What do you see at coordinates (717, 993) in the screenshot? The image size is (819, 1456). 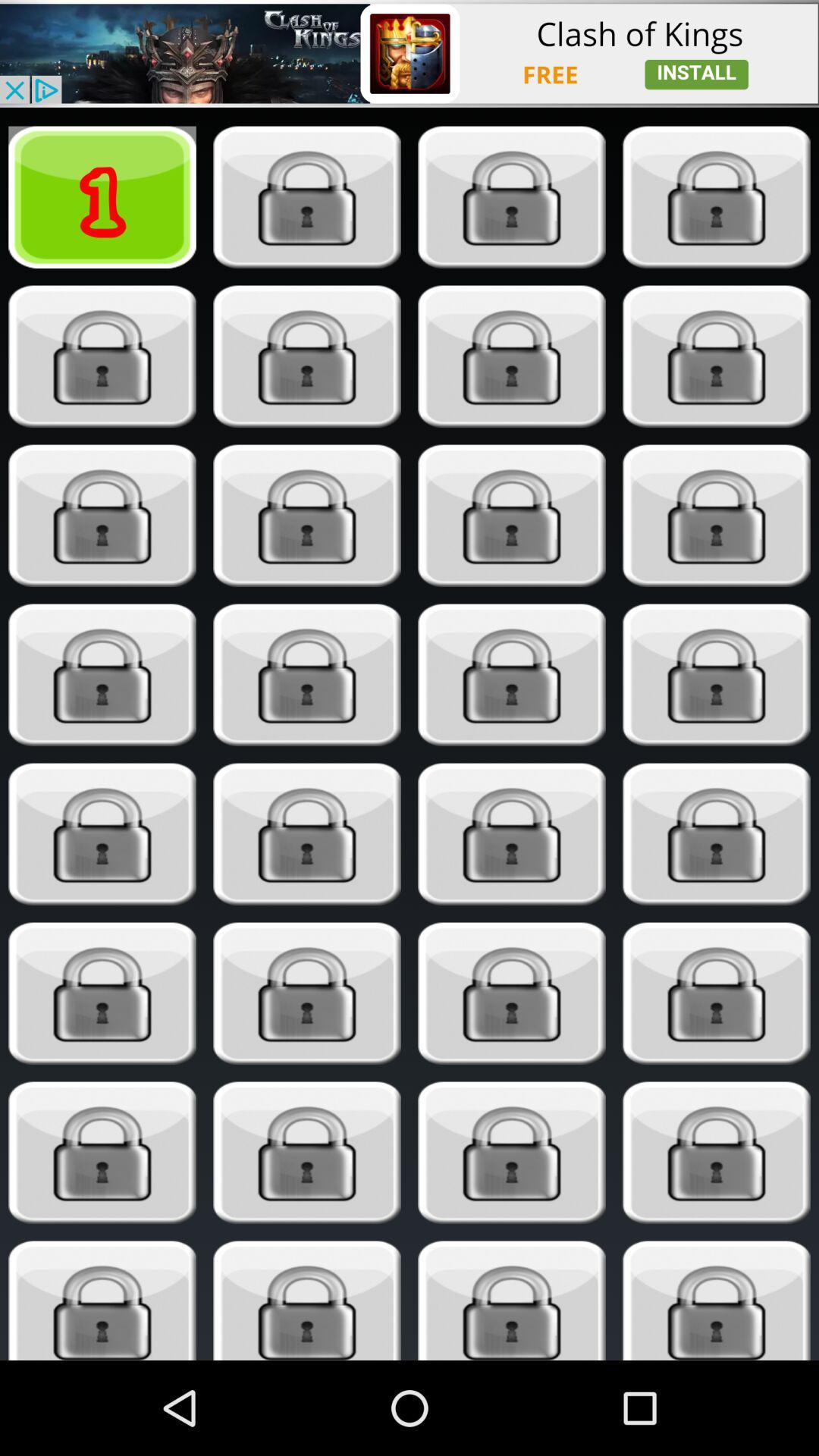 I see `lock` at bounding box center [717, 993].